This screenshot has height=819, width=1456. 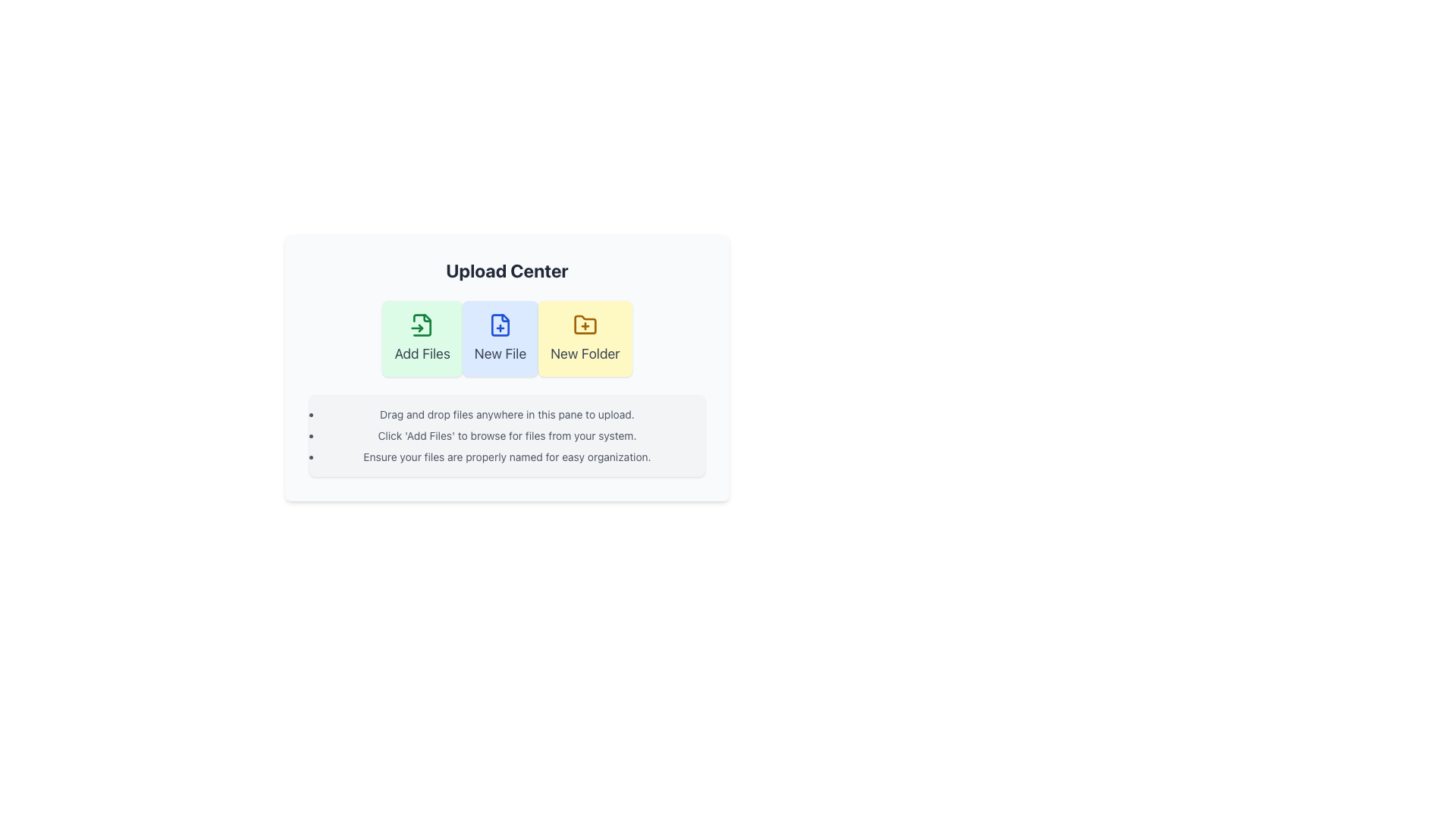 I want to click on the 'New Folder' icon, which visually represents the creation of a new folder and is positioned above the text 'New Folder', so click(x=584, y=324).